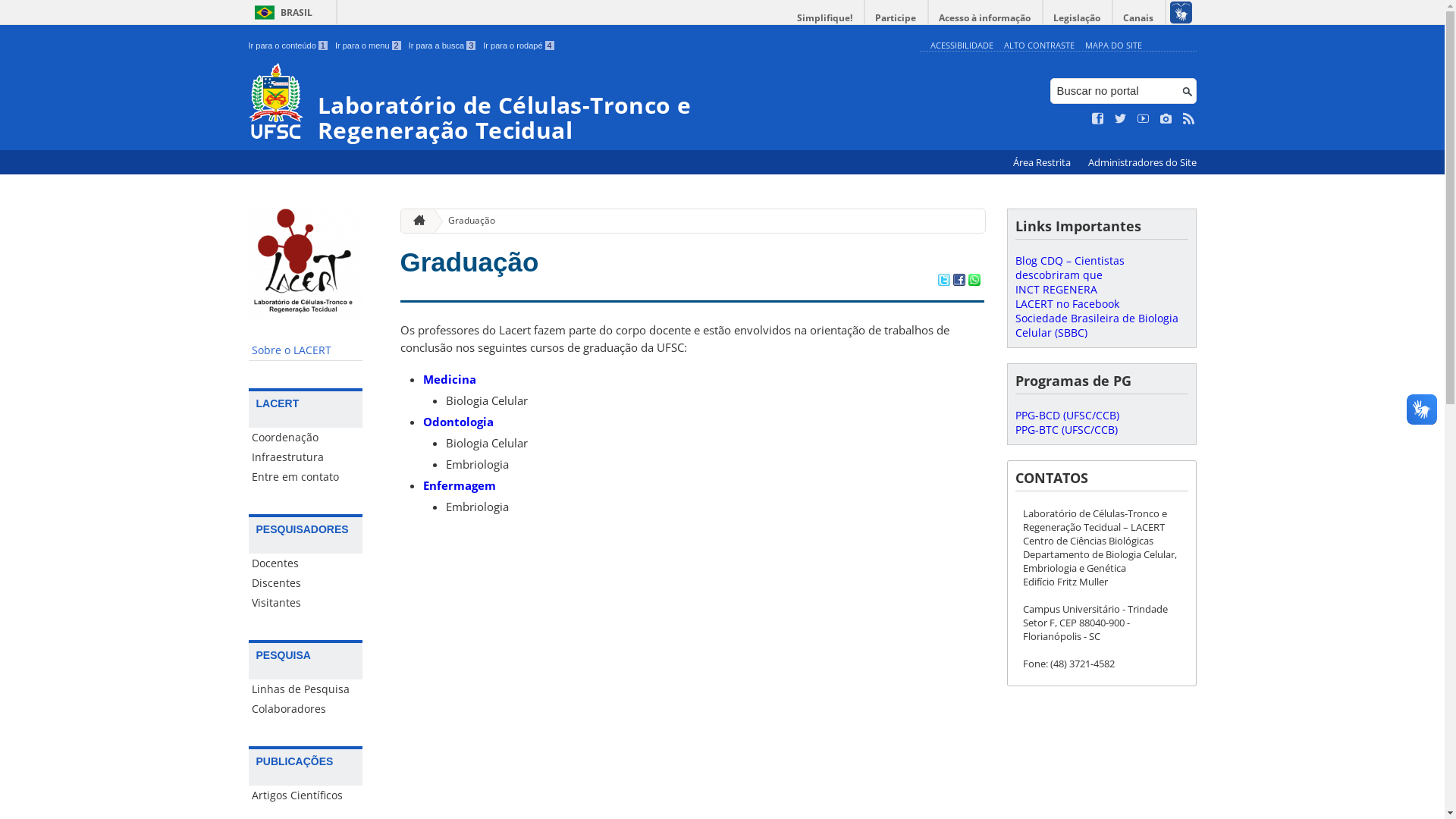  Describe the element at coordinates (1121, 118) in the screenshot. I see `'Siga no Twitter'` at that location.